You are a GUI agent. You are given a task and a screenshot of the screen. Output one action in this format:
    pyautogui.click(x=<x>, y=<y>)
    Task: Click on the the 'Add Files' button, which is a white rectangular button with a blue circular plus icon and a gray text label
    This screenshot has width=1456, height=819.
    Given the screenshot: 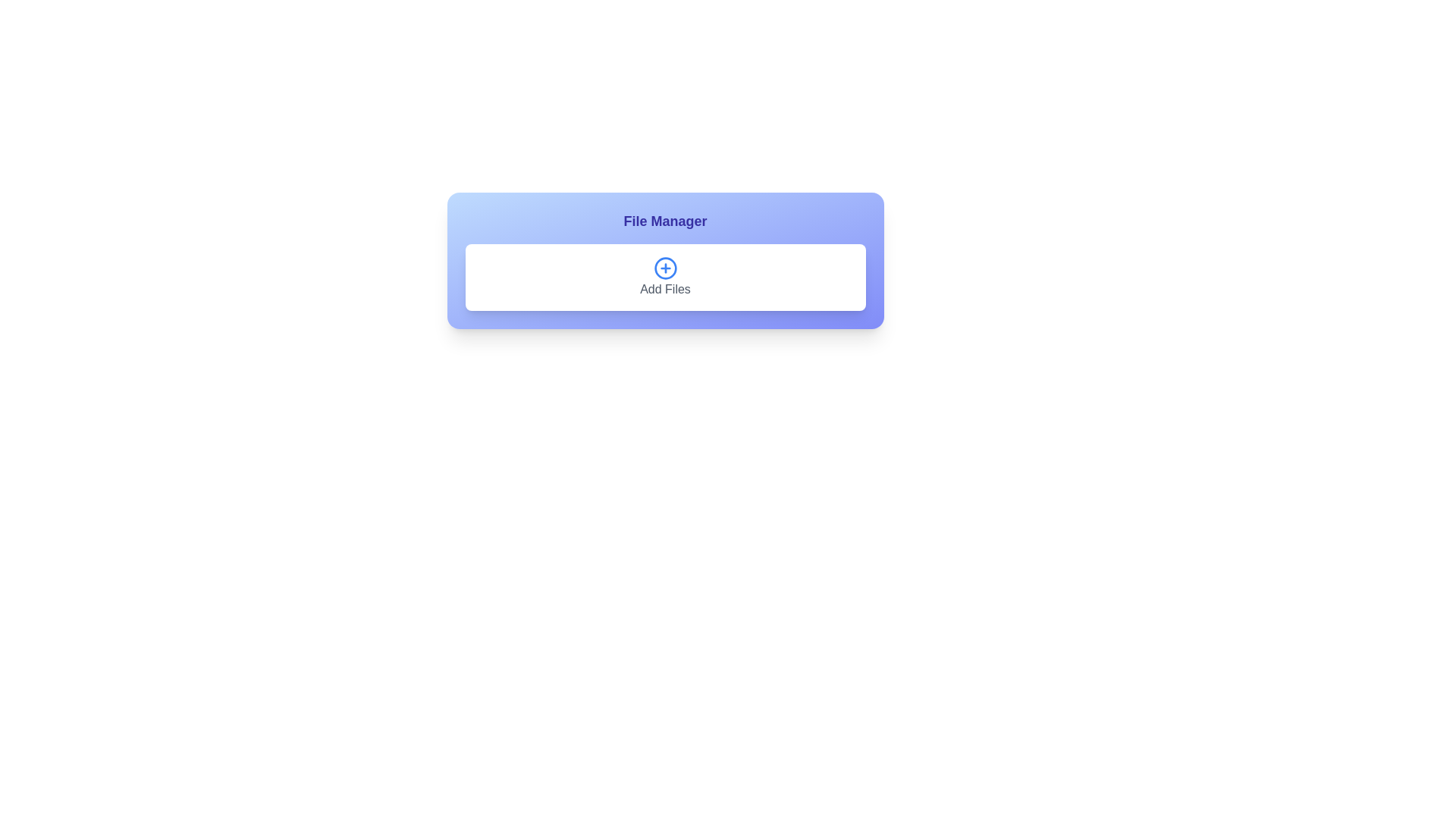 What is the action you would take?
    pyautogui.click(x=665, y=278)
    